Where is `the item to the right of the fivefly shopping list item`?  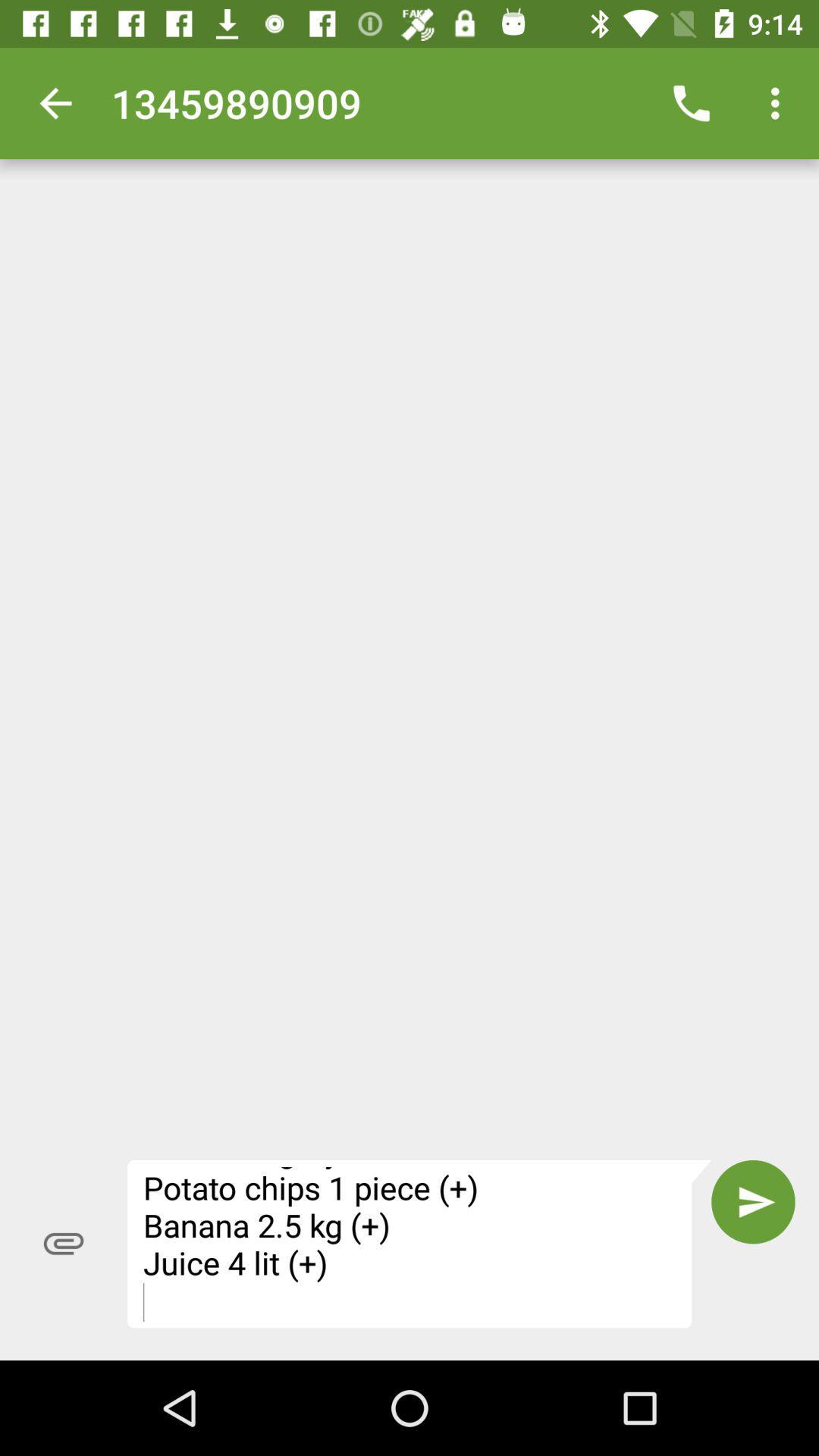 the item to the right of the fivefly shopping list item is located at coordinates (753, 1201).